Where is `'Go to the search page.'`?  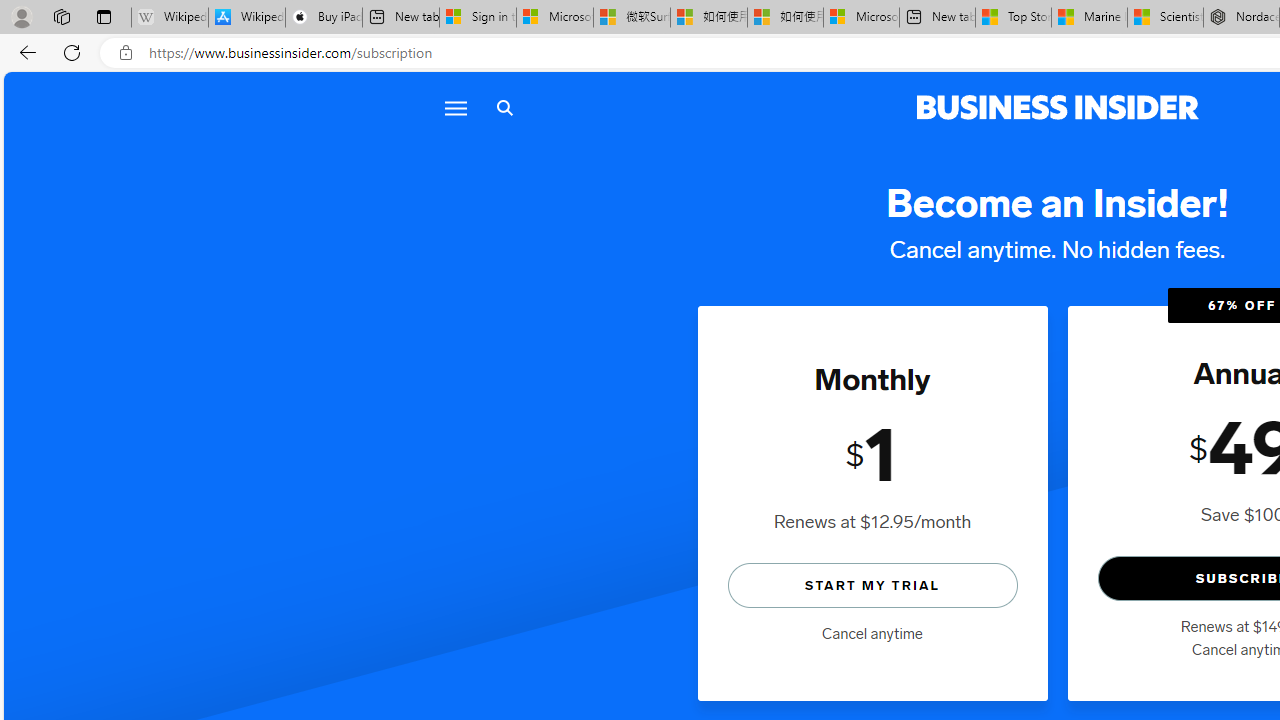
'Go to the search page.' is located at coordinates (504, 108).